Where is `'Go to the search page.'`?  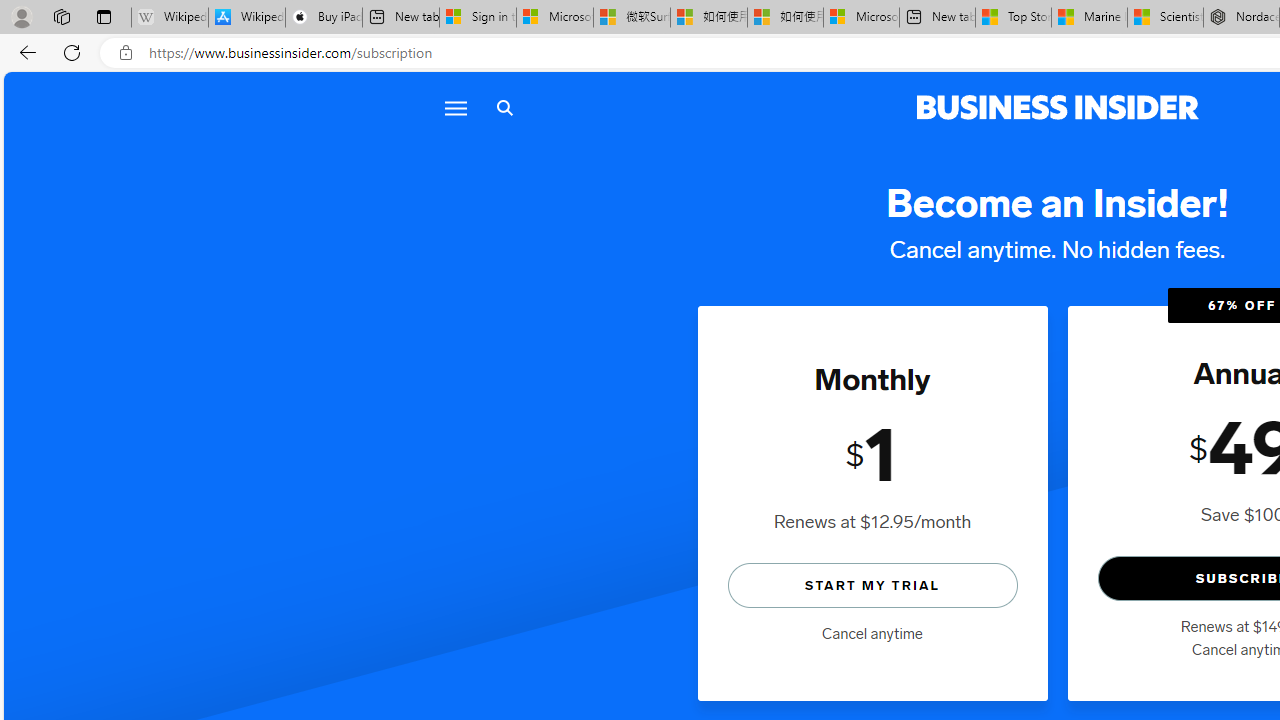
'Go to the search page.' is located at coordinates (504, 108).